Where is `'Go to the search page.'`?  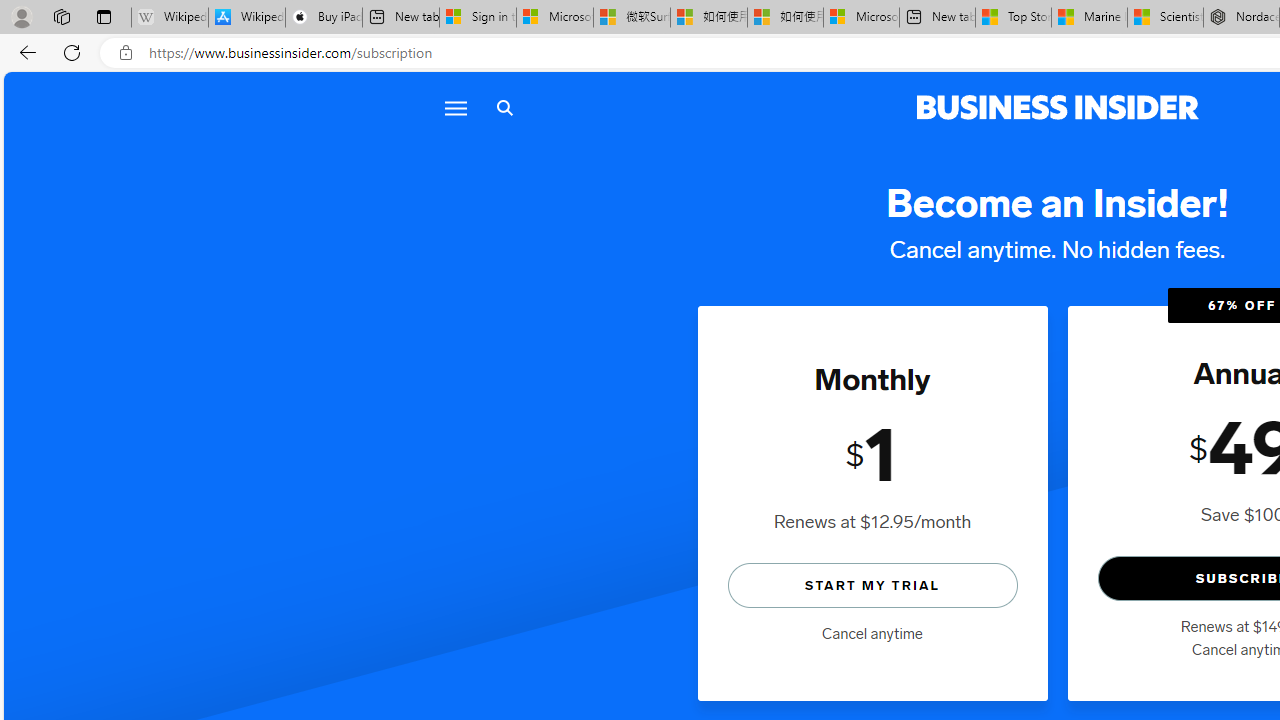
'Go to the search page.' is located at coordinates (504, 108).